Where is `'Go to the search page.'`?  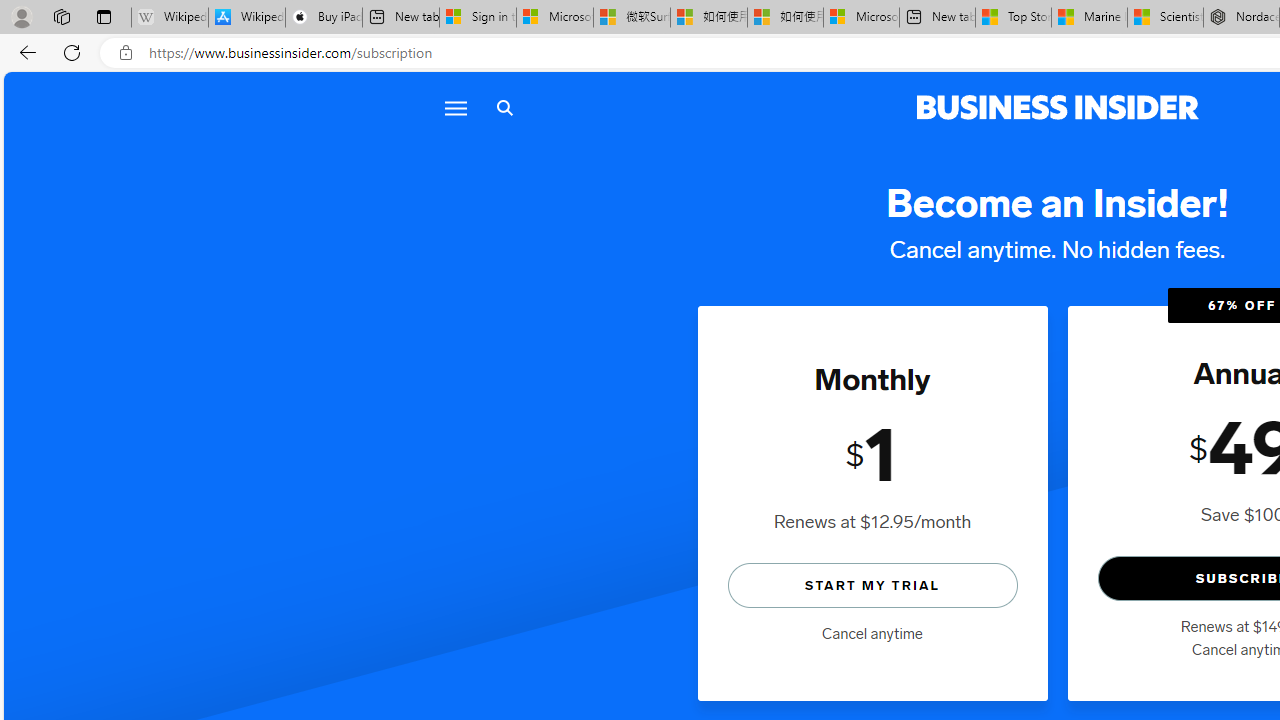
'Go to the search page.' is located at coordinates (504, 108).